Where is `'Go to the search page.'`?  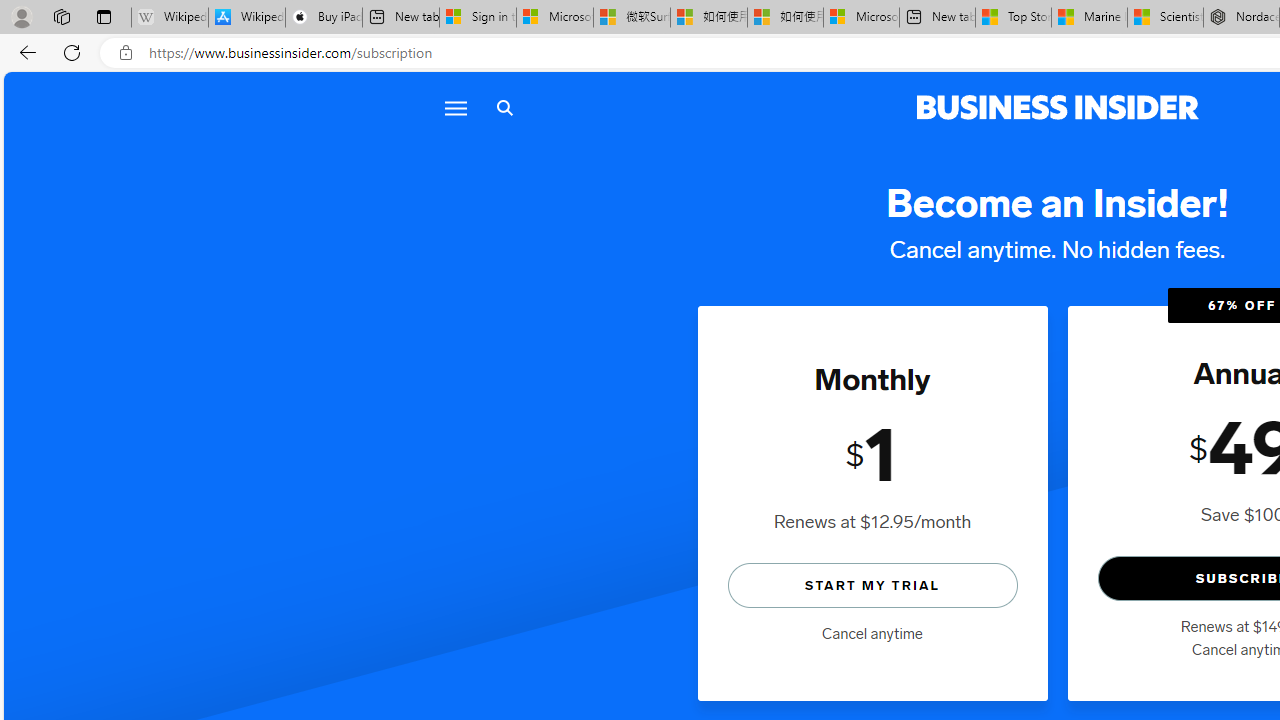
'Go to the search page.' is located at coordinates (504, 108).